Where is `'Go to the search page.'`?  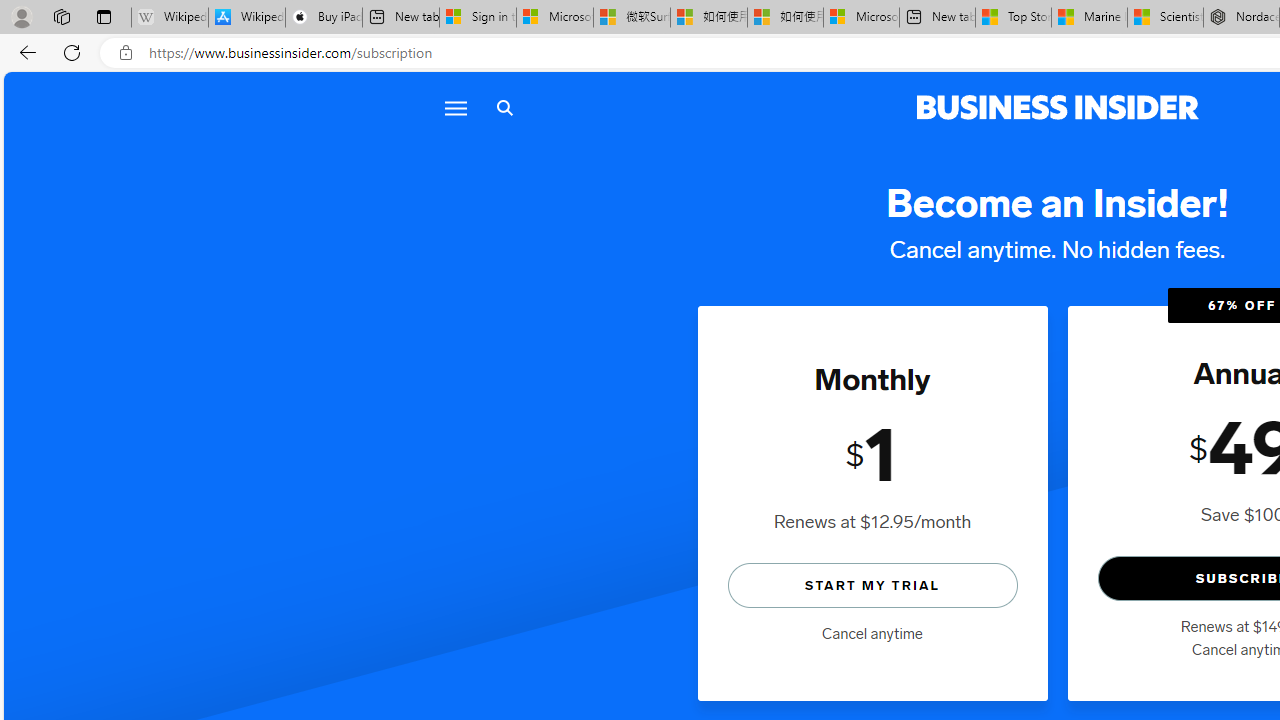
'Go to the search page.' is located at coordinates (504, 108).